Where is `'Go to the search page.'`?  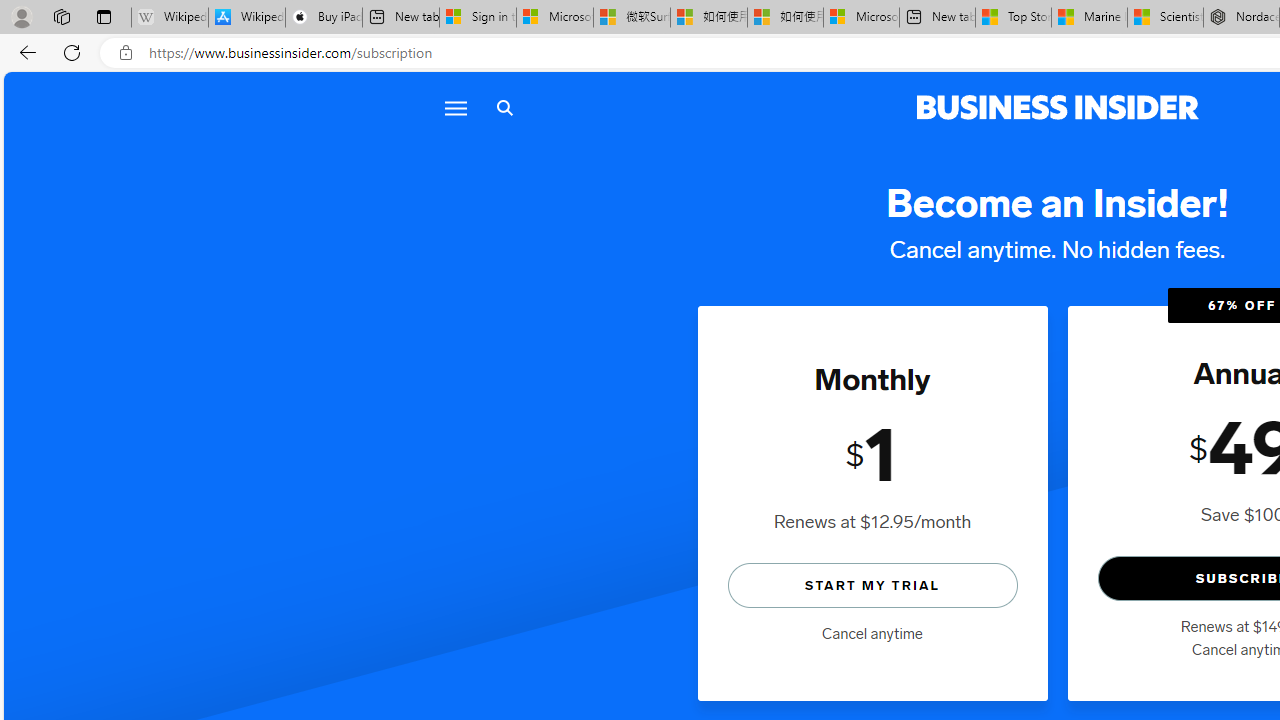
'Go to the search page.' is located at coordinates (504, 108).